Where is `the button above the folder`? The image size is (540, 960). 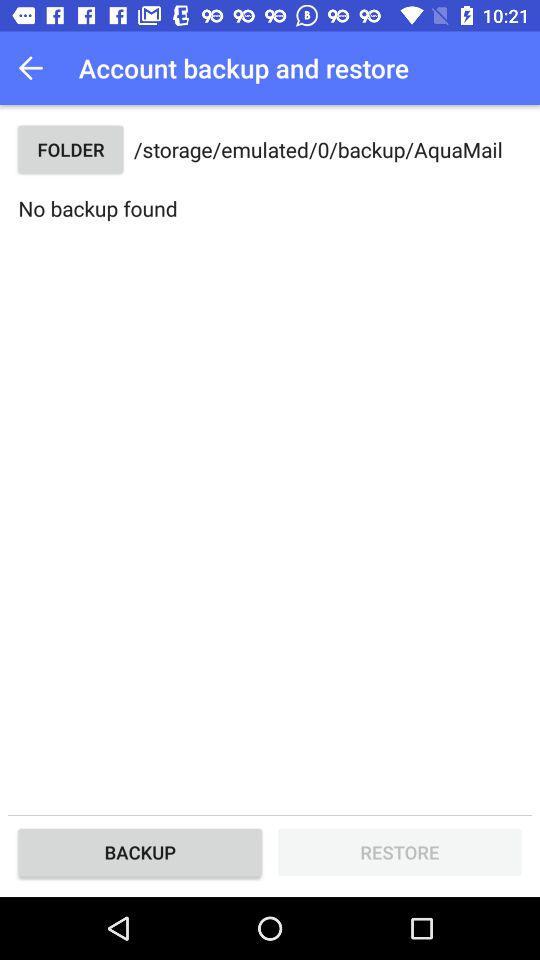
the button above the folder is located at coordinates (36, 68).